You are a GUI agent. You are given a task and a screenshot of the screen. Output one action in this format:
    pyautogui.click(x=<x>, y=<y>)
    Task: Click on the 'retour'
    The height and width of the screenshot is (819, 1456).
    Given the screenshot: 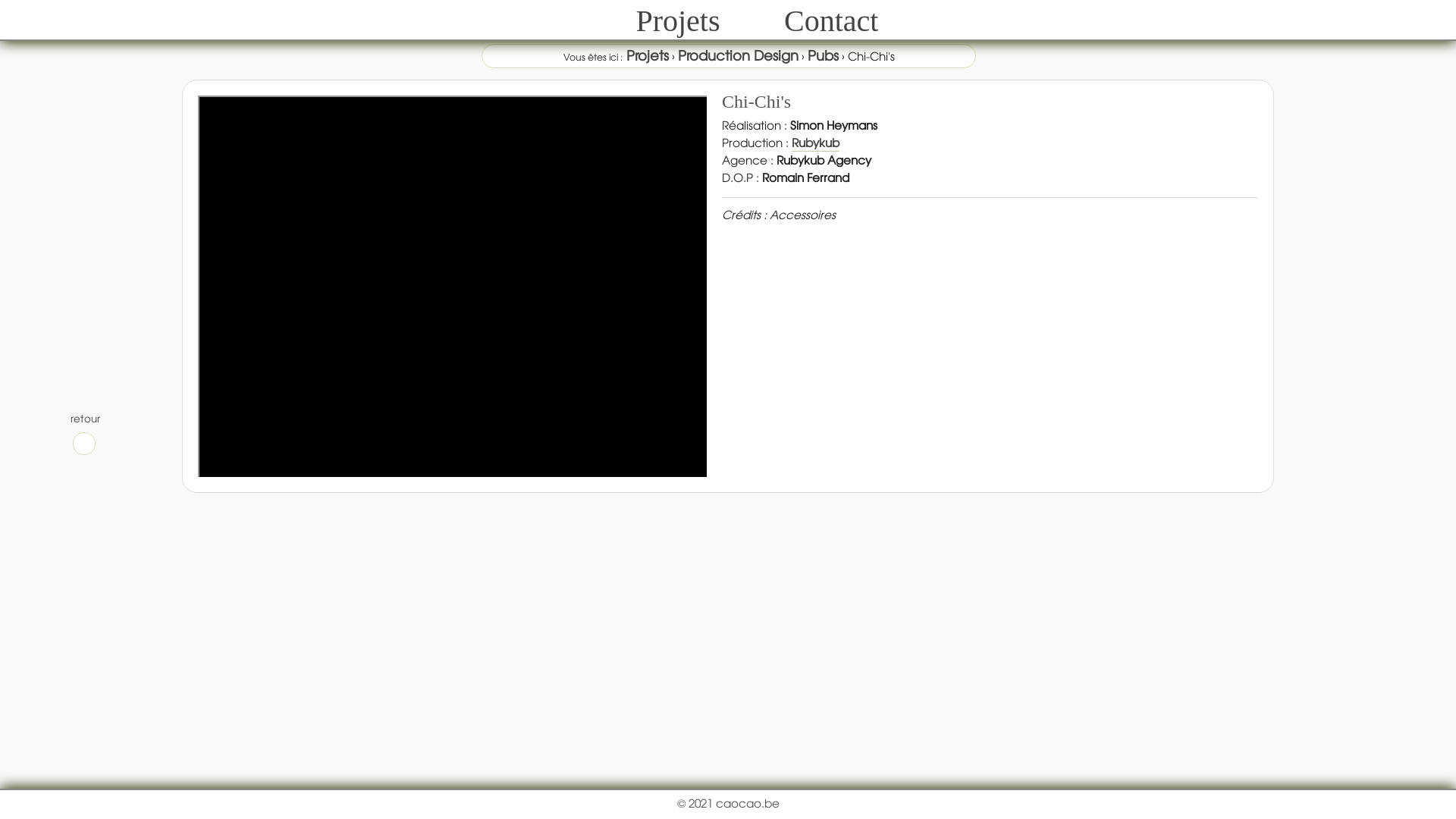 What is the action you would take?
    pyautogui.click(x=83, y=432)
    